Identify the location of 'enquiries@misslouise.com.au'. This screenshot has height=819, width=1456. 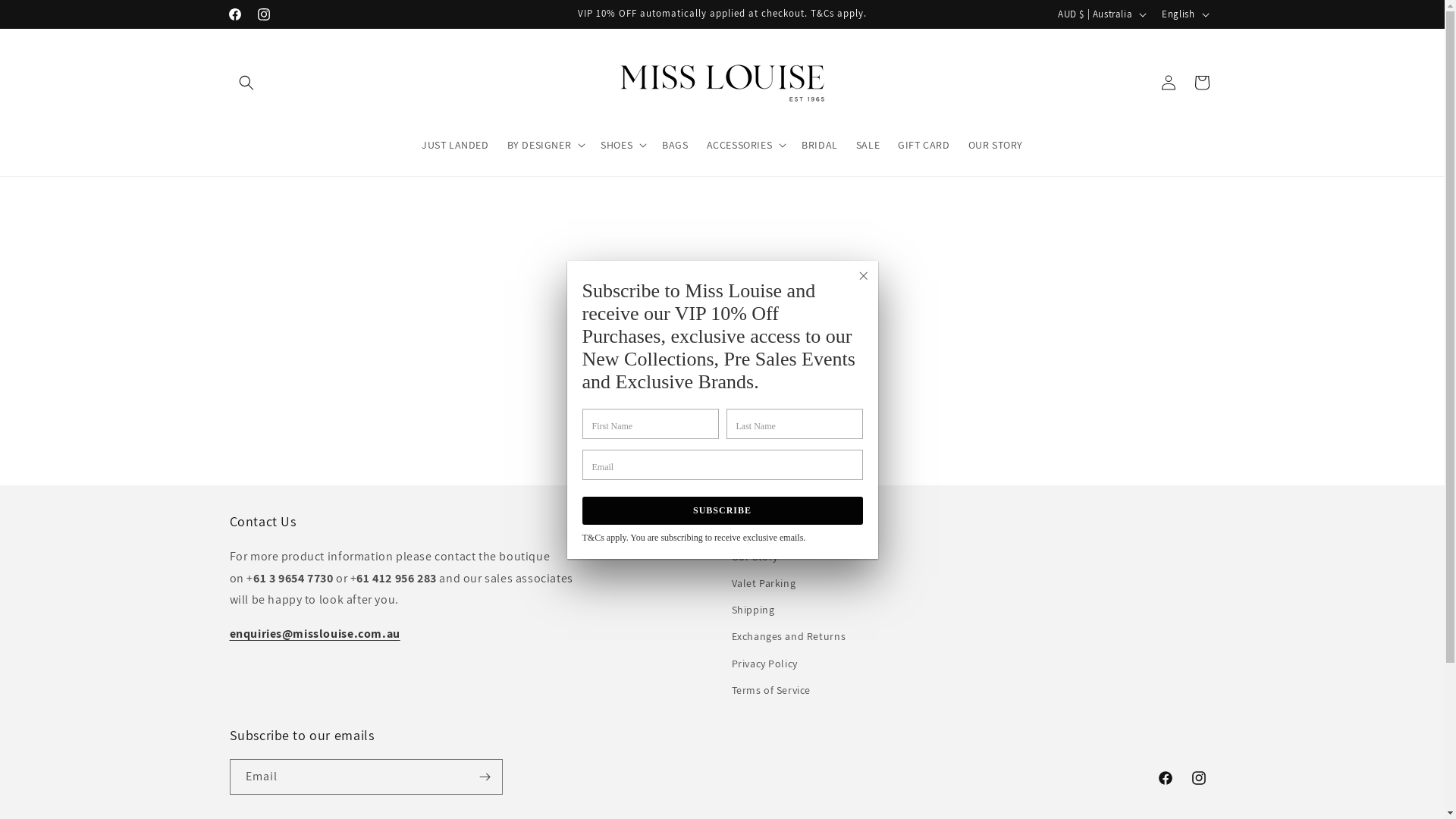
(228, 633).